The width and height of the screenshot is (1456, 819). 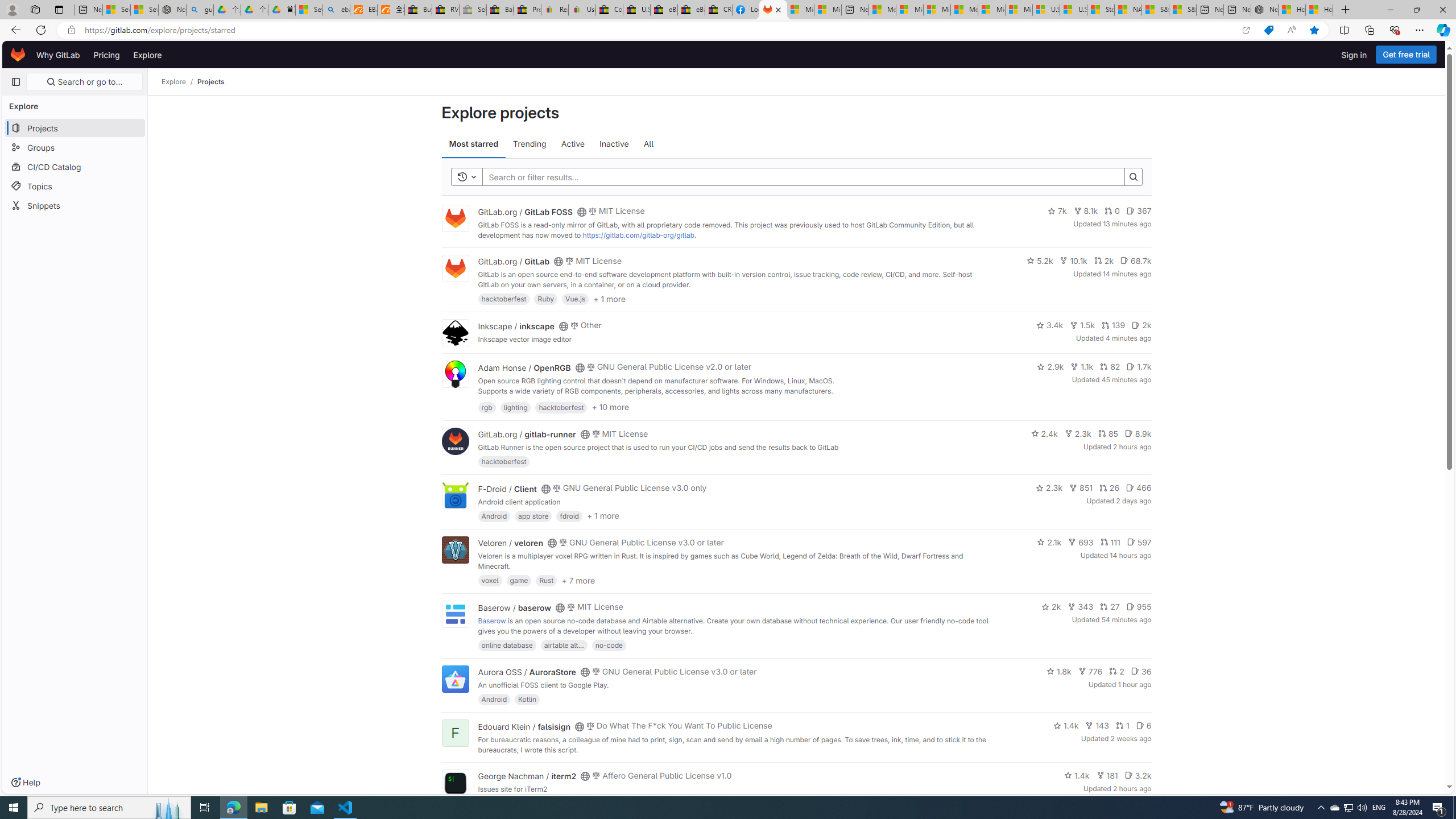 What do you see at coordinates (1112, 325) in the screenshot?
I see `'139'` at bounding box center [1112, 325].